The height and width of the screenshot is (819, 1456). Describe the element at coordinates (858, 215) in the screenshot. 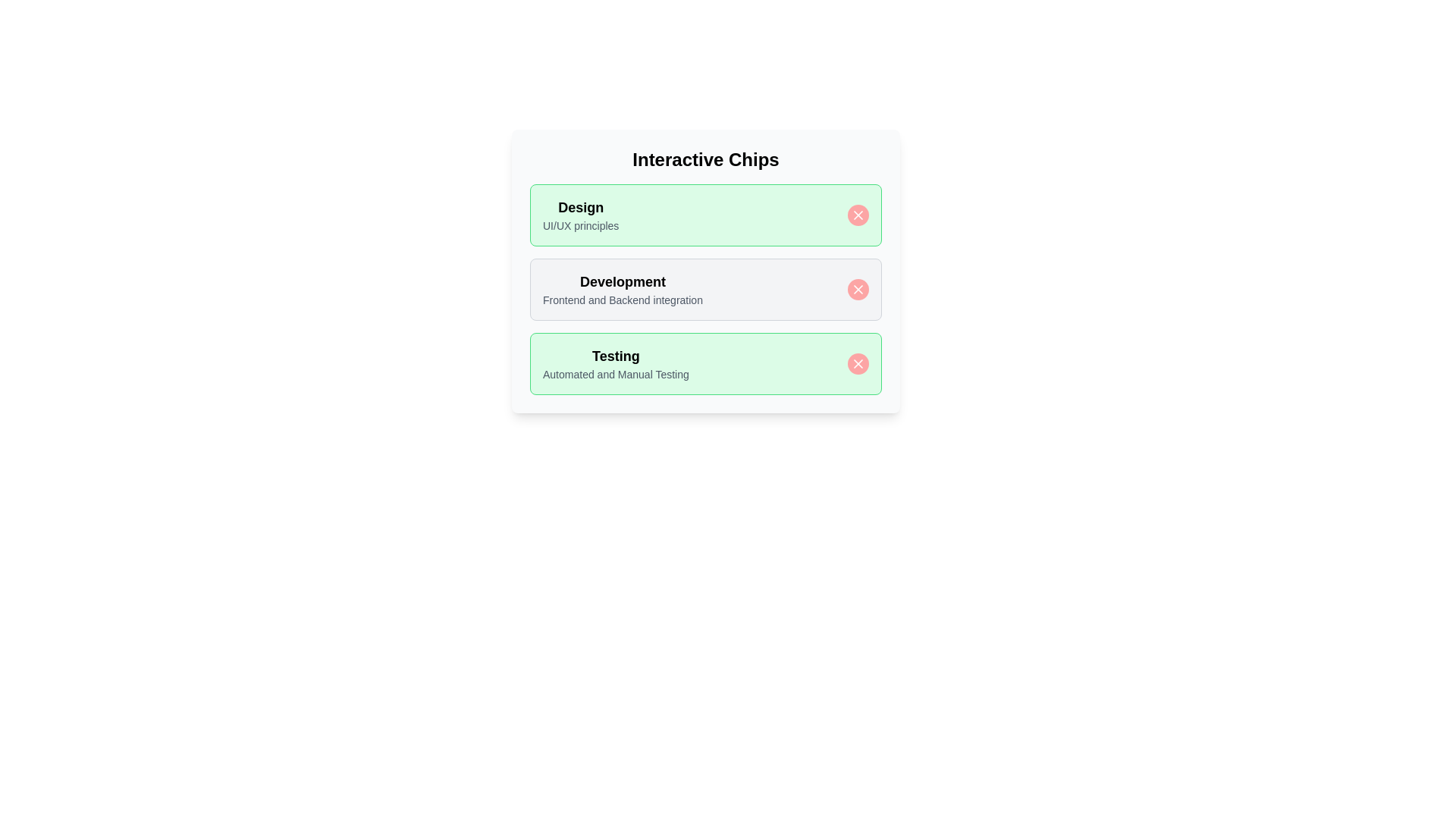

I see `close button of the chip labeled Design` at that location.